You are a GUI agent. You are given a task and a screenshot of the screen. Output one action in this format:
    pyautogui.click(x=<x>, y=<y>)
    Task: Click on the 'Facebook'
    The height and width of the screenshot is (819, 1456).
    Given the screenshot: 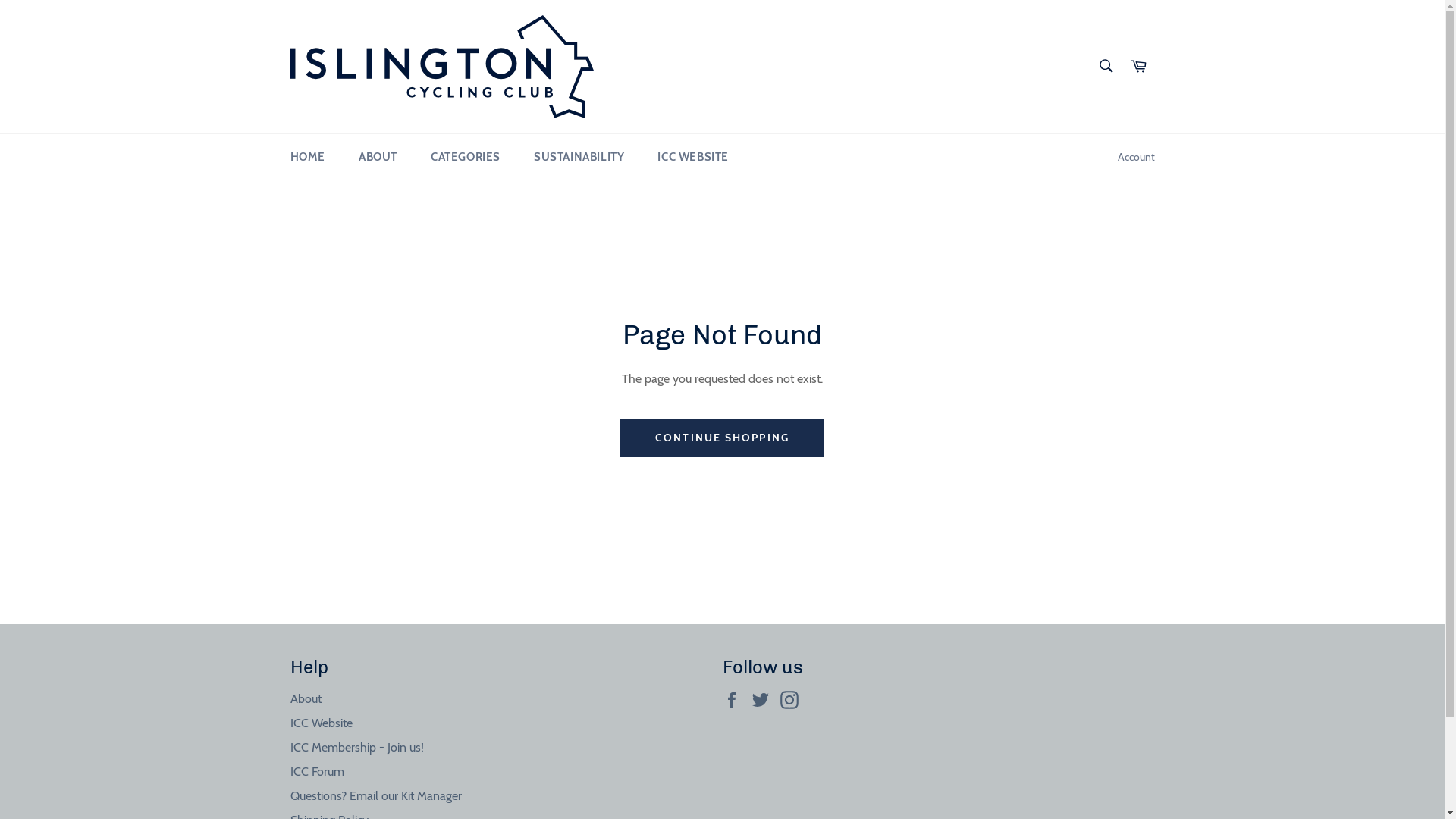 What is the action you would take?
    pyautogui.click(x=720, y=699)
    